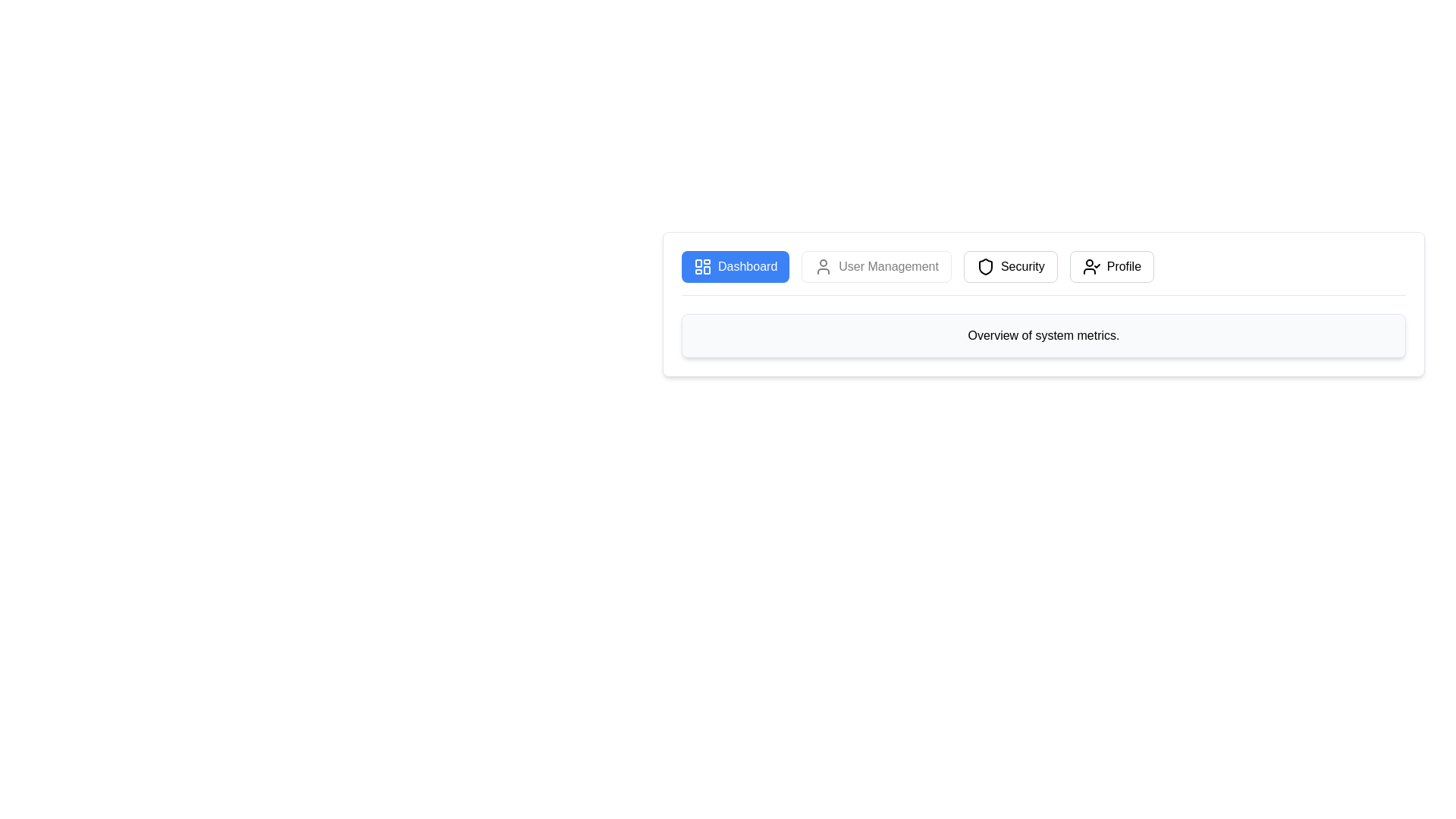 The width and height of the screenshot is (1456, 819). Describe the element at coordinates (1043, 273) in the screenshot. I see `the buttons in the Navigation bar using keyboard navigation` at that location.